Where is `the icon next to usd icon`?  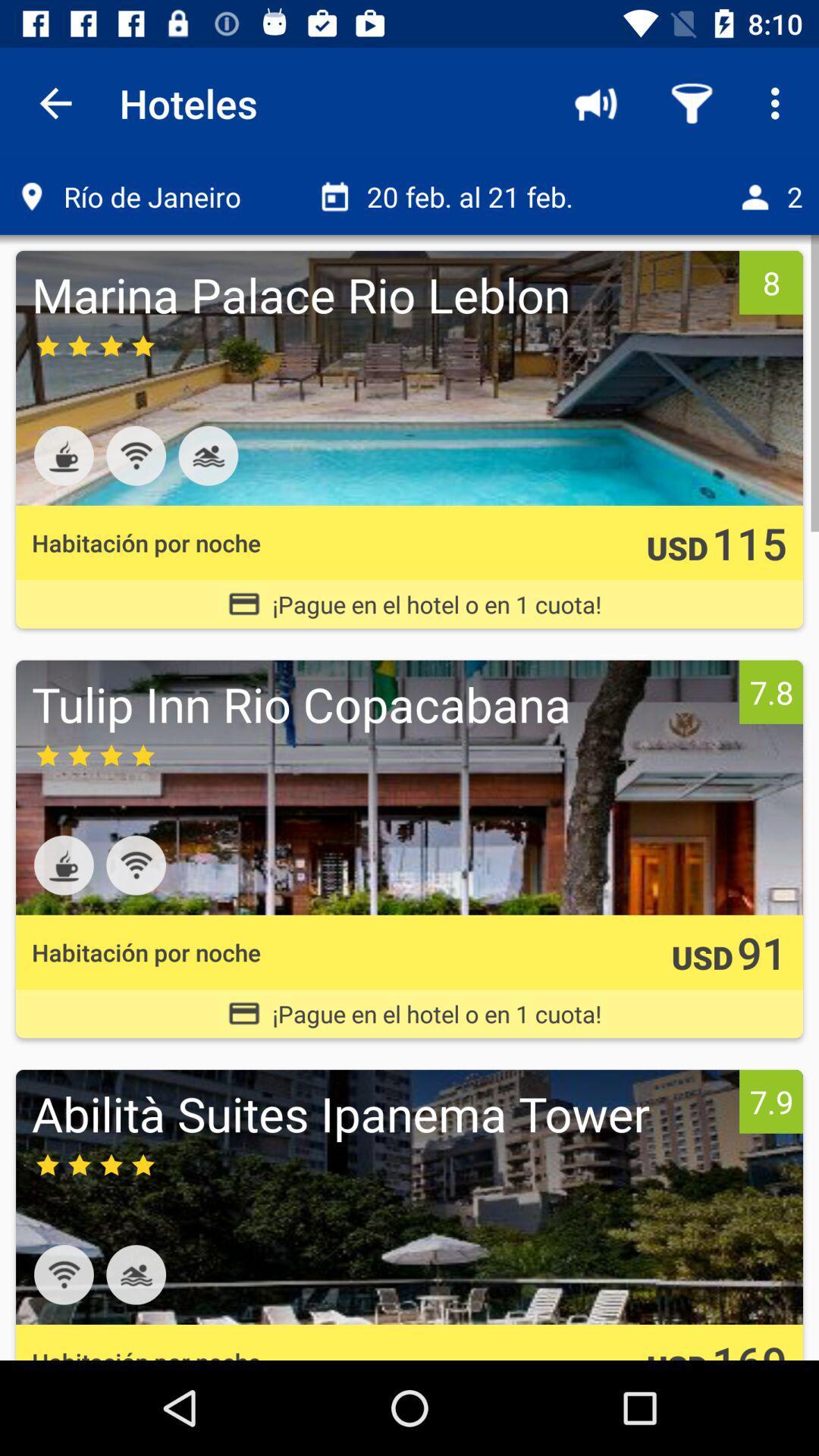
the icon next to usd icon is located at coordinates (748, 542).